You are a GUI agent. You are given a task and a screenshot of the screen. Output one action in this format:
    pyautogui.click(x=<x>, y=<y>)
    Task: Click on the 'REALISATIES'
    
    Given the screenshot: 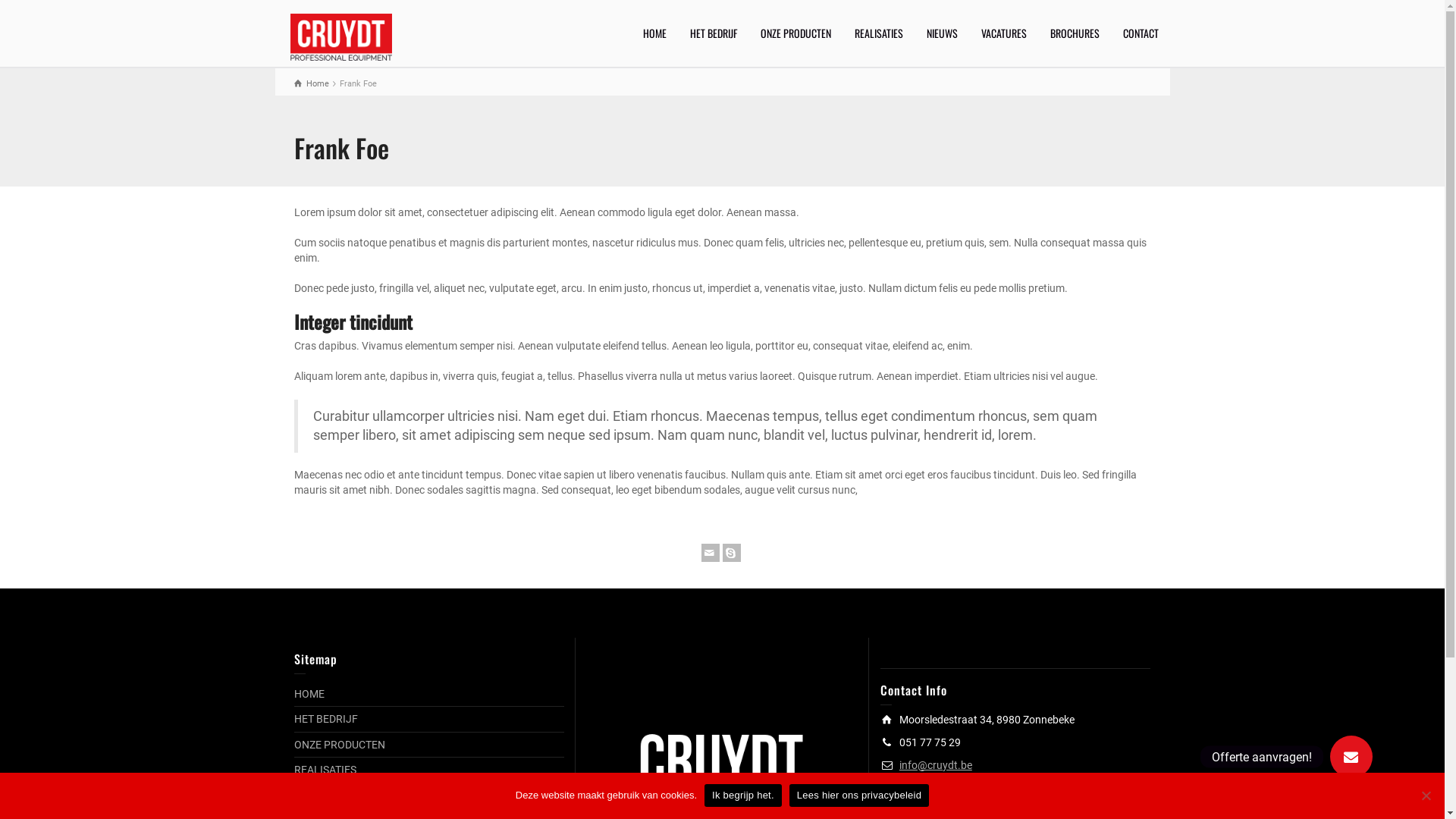 What is the action you would take?
    pyautogui.click(x=324, y=769)
    